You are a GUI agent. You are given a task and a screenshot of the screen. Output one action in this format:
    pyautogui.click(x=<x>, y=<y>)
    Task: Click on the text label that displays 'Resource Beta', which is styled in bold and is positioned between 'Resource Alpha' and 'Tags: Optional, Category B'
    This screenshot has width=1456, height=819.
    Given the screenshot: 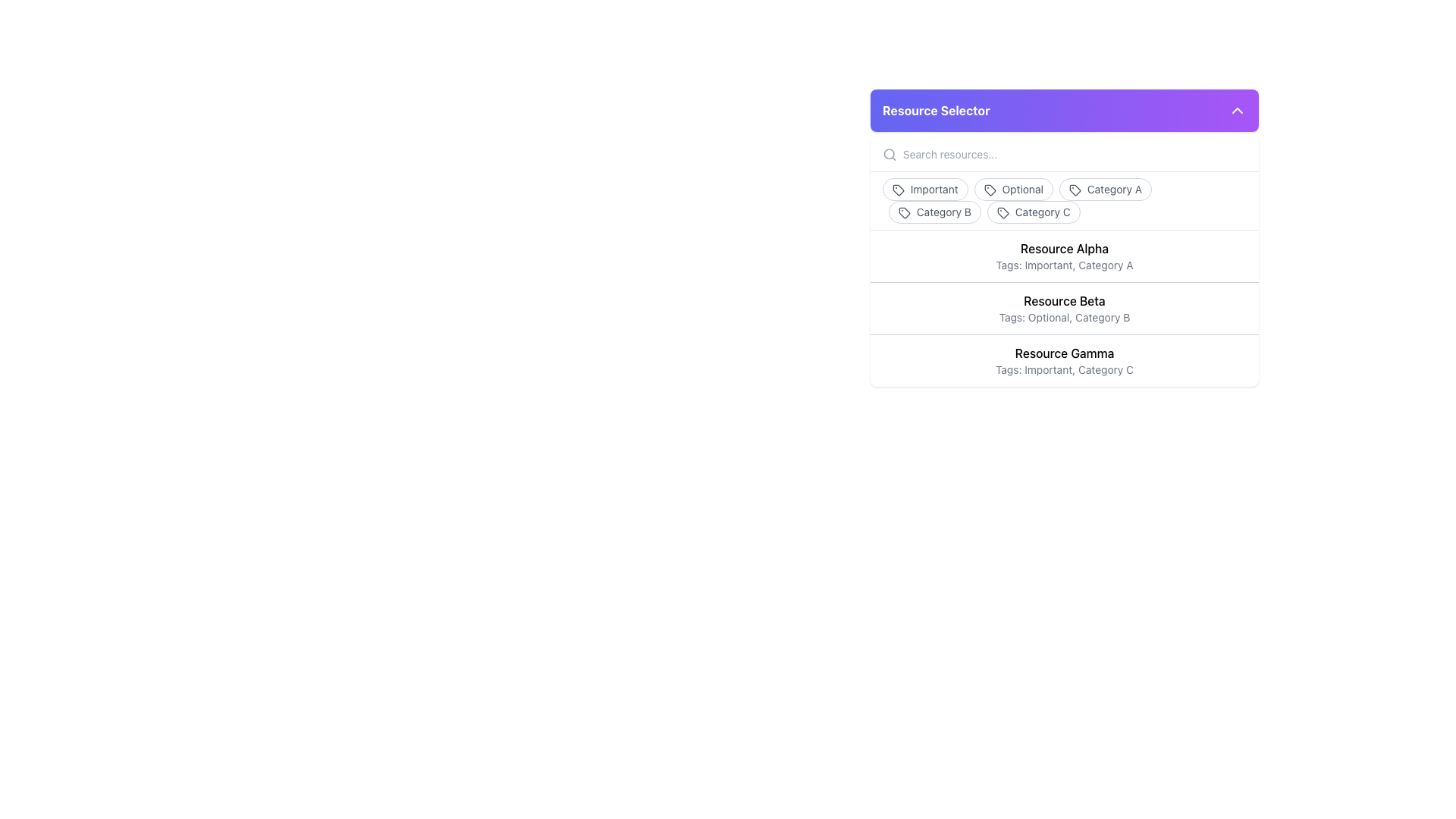 What is the action you would take?
    pyautogui.click(x=1063, y=301)
    